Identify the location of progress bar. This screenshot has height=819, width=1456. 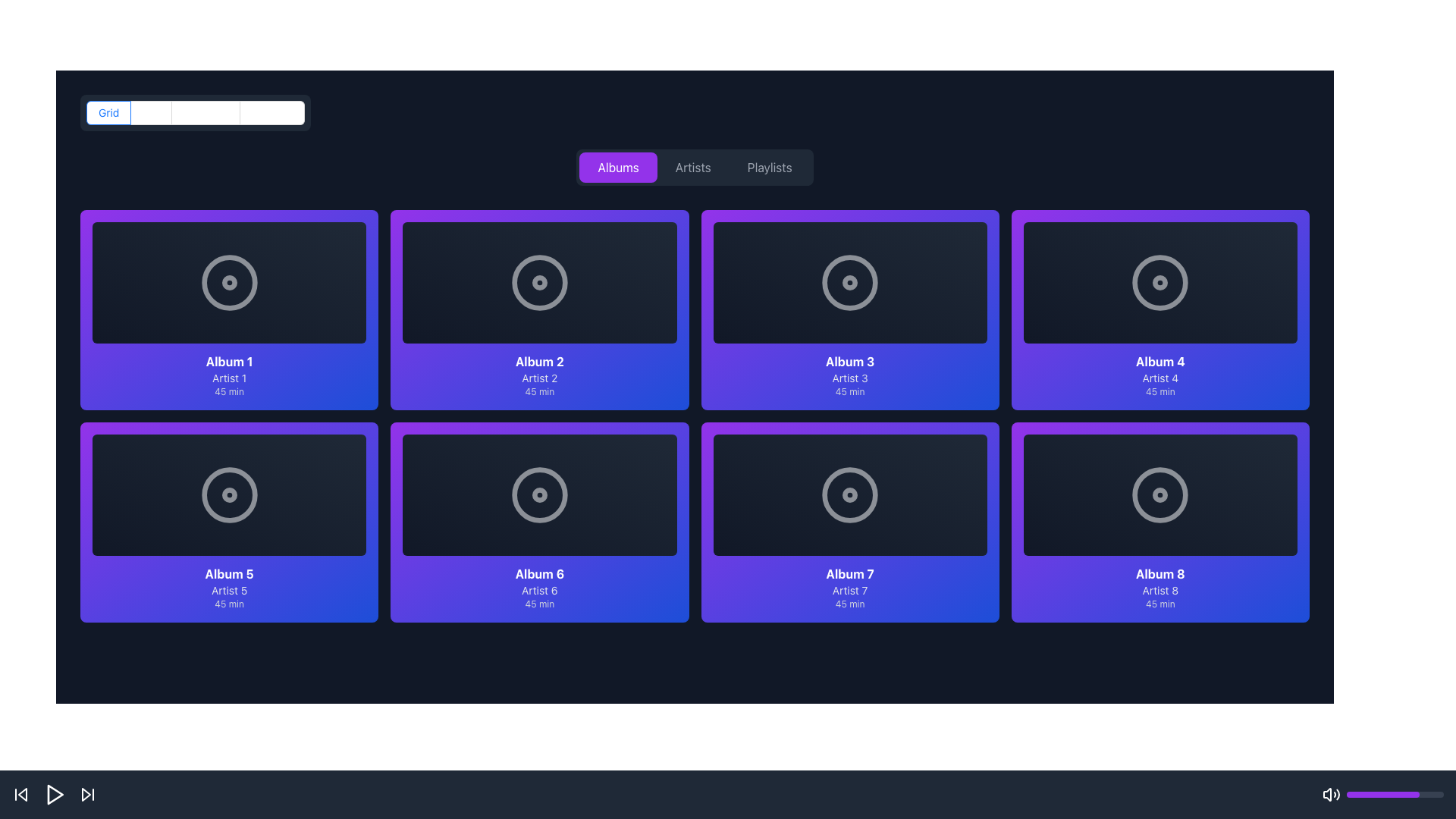
(1354, 794).